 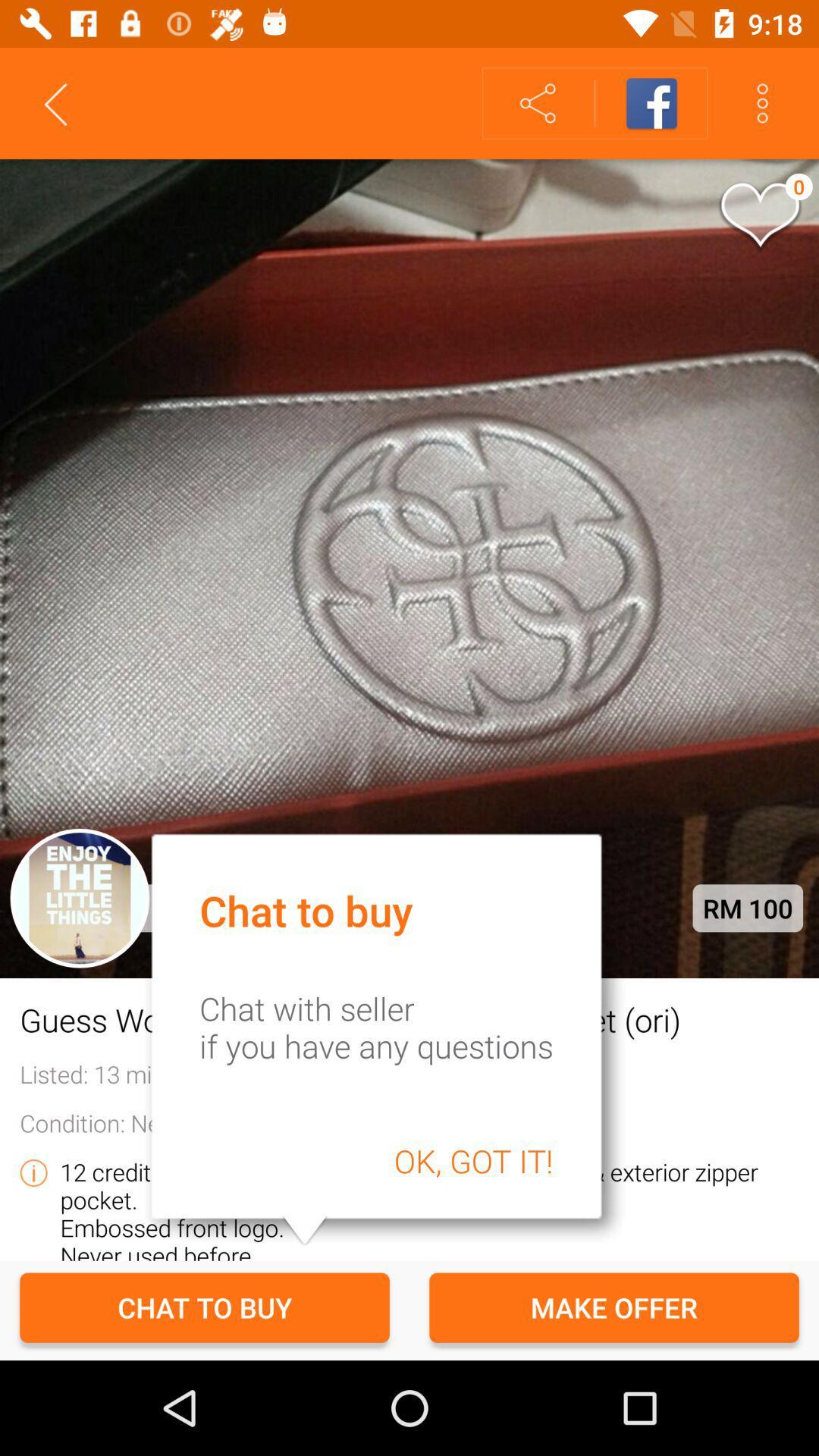 What do you see at coordinates (759, 216) in the screenshot?
I see `the icon which is on the image` at bounding box center [759, 216].